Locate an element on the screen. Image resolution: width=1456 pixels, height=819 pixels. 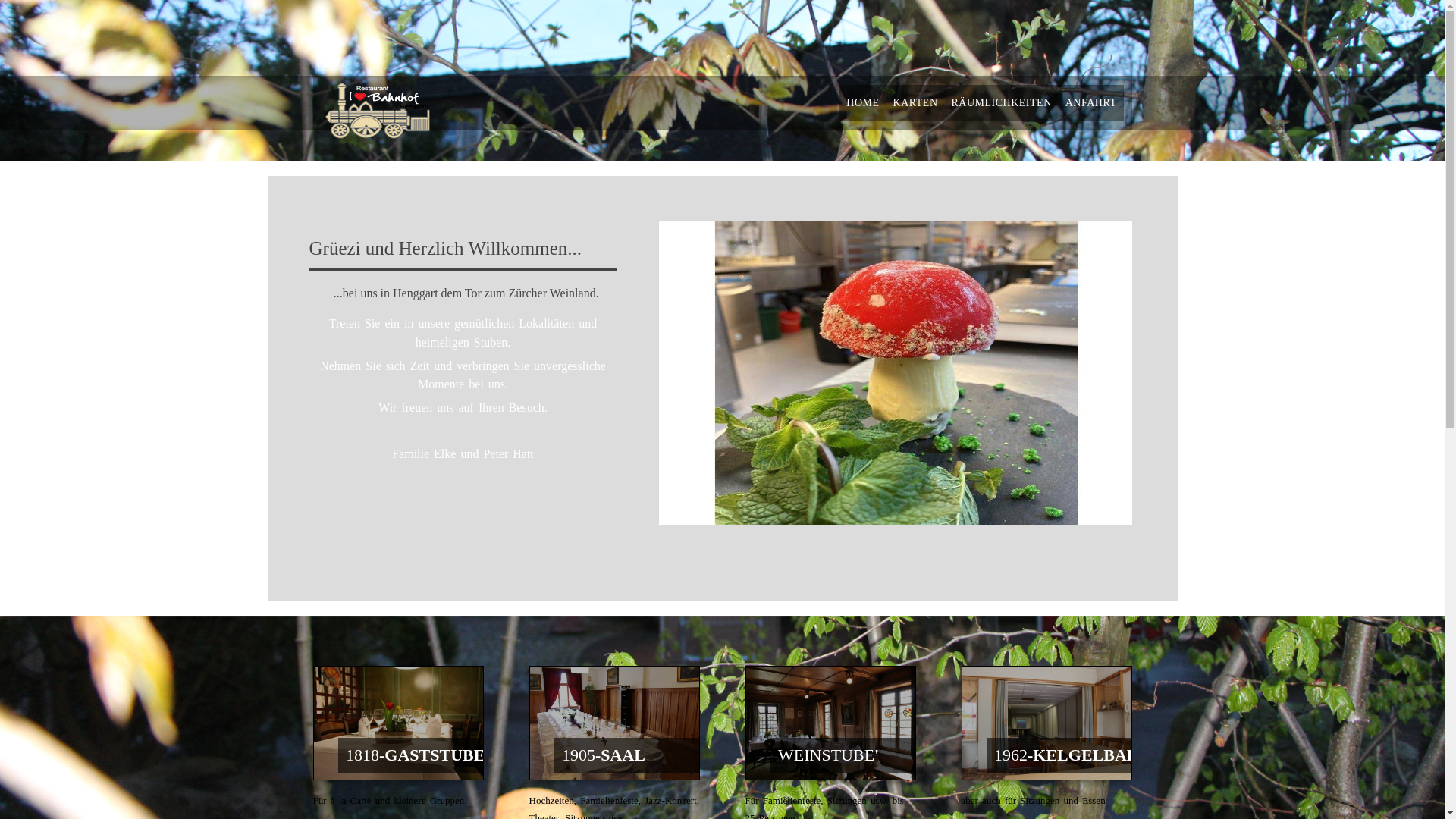
'ANFAHRT' is located at coordinates (1090, 102).